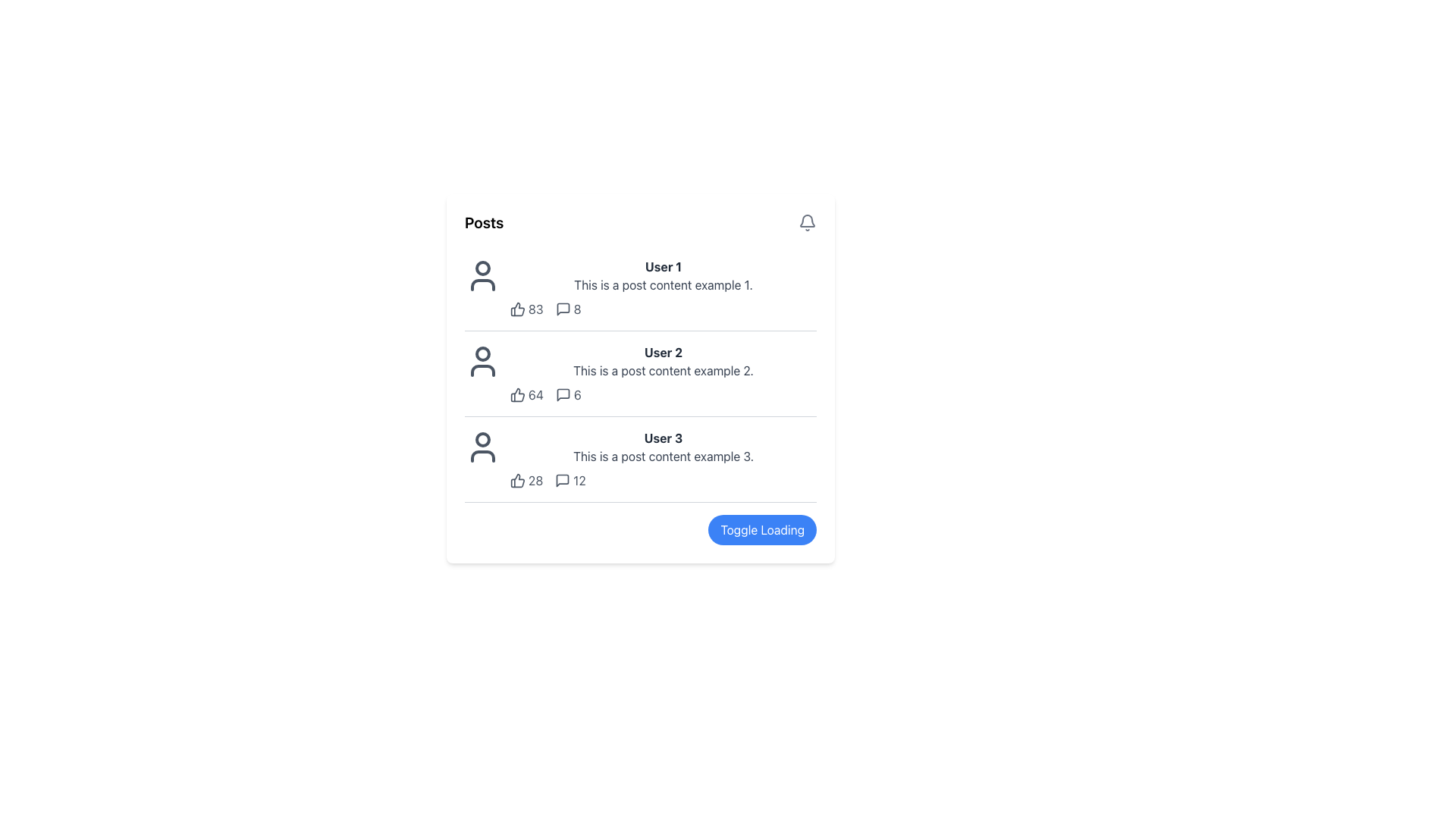 The width and height of the screenshot is (1456, 819). What do you see at coordinates (562, 480) in the screenshot?
I see `the comment icon located in the interaction section of the third post, which is adjacent to the number '12'` at bounding box center [562, 480].